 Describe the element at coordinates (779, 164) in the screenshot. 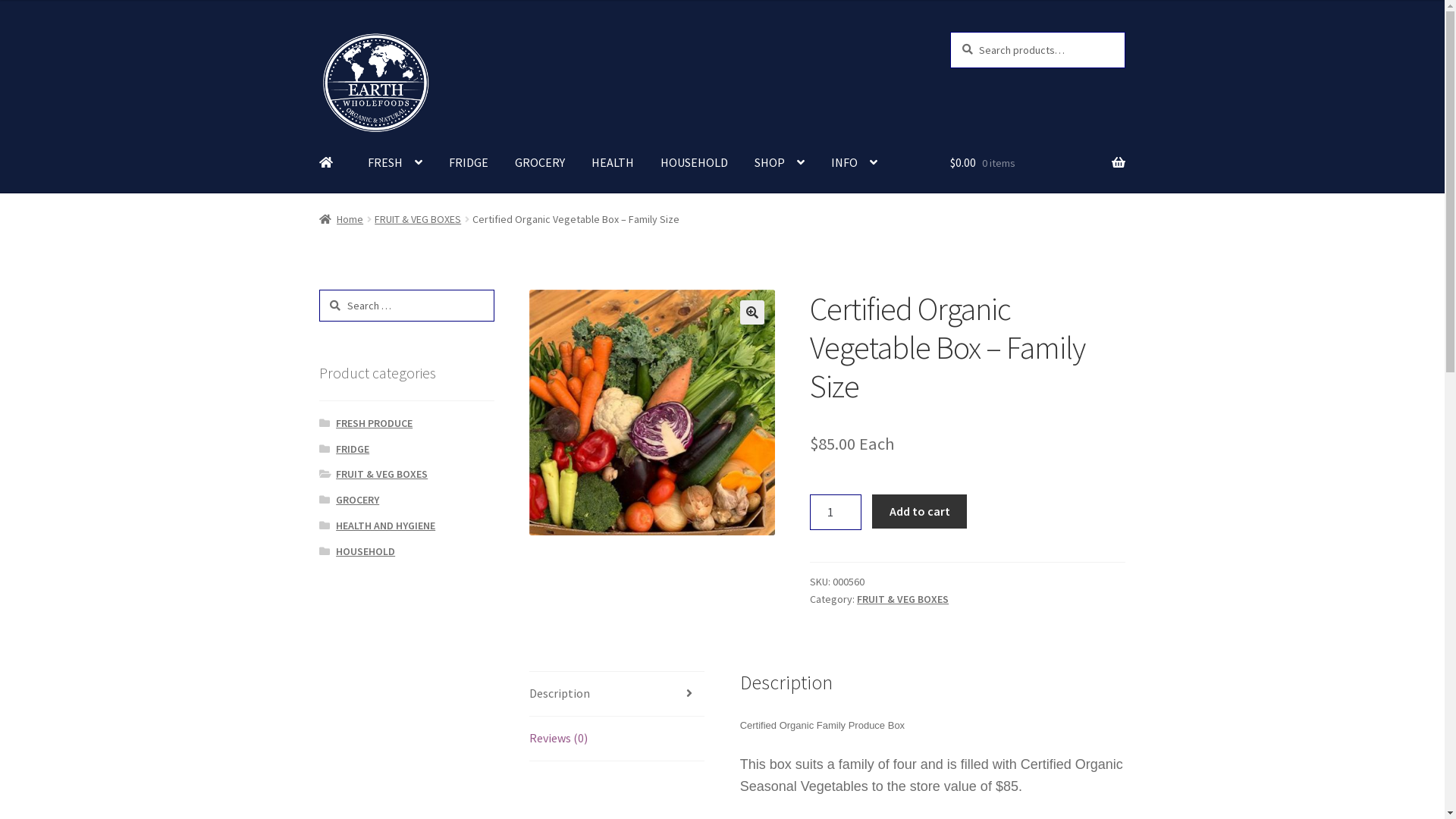

I see `'SHOP'` at that location.